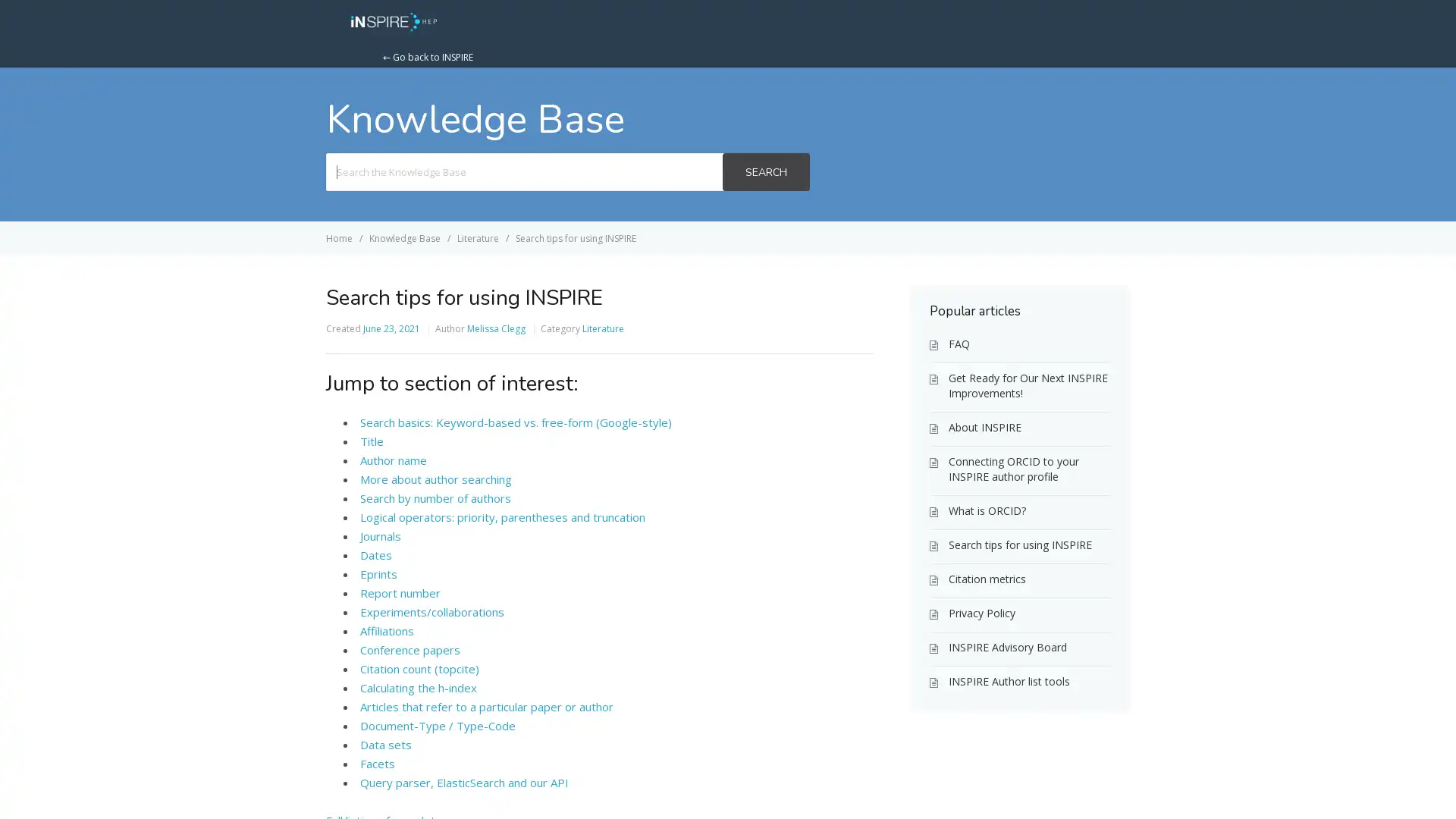 The height and width of the screenshot is (819, 1456). I want to click on SEARCH, so click(765, 171).